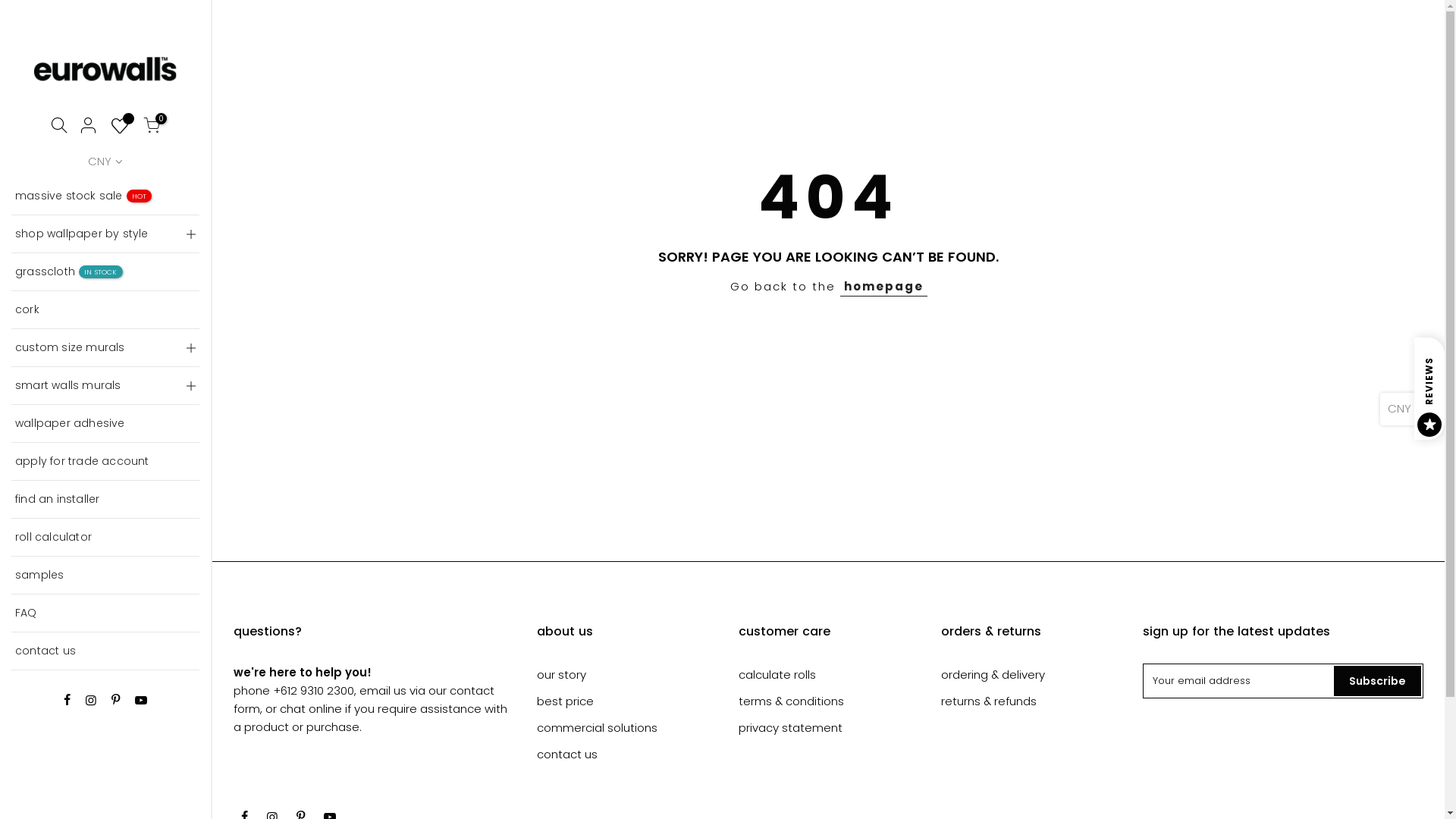 Image resolution: width=1456 pixels, height=819 pixels. Describe the element at coordinates (789, 726) in the screenshot. I see `'privacy statement'` at that location.